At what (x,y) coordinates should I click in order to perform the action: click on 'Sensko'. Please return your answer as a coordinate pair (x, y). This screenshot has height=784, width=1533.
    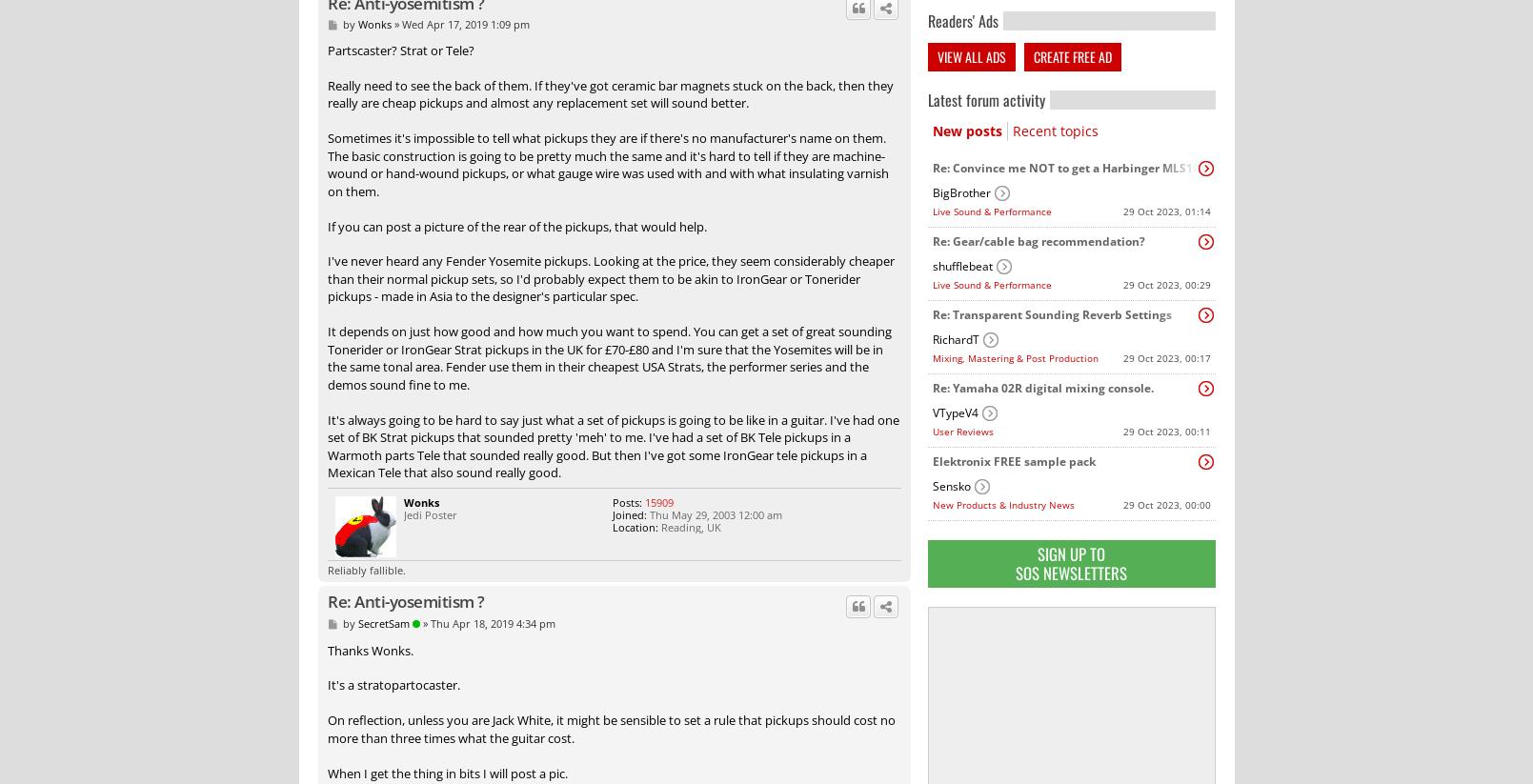
    Looking at the image, I should click on (950, 486).